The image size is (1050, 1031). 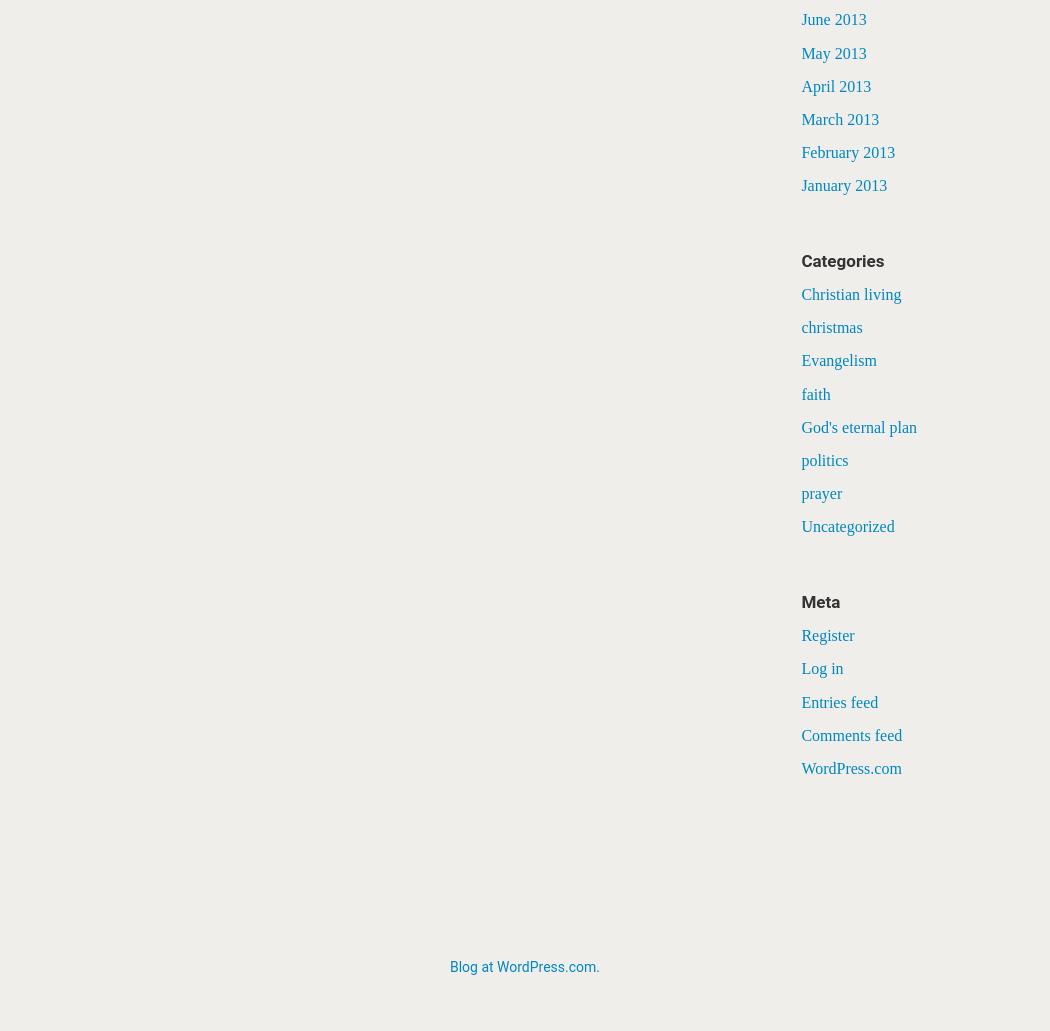 What do you see at coordinates (827, 635) in the screenshot?
I see `'Register'` at bounding box center [827, 635].